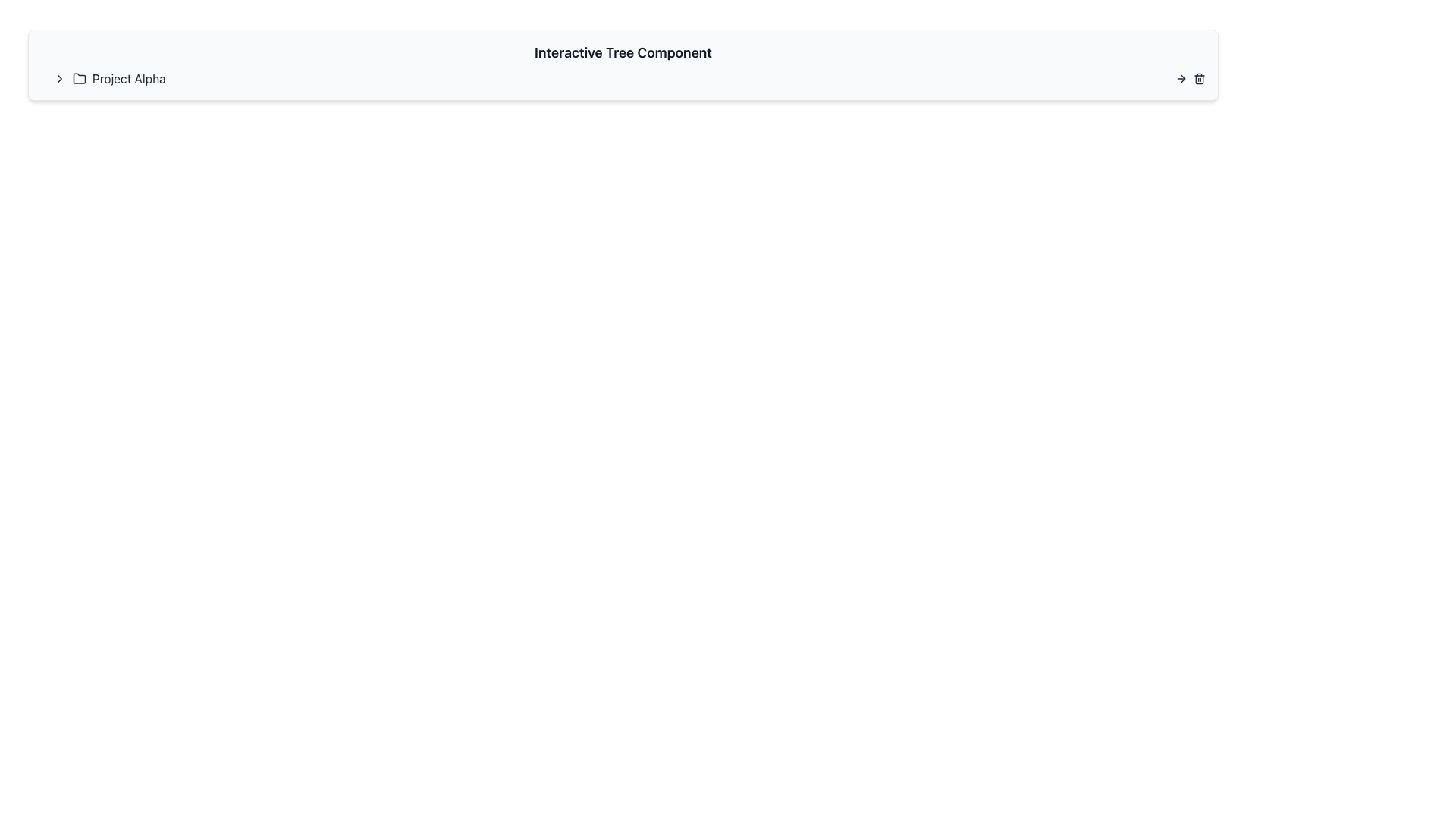 This screenshot has height=819, width=1456. Describe the element at coordinates (623, 52) in the screenshot. I see `the static text label that serves as the title or header for the interface section, positioned at the top of its rounded rectangle panel` at that location.